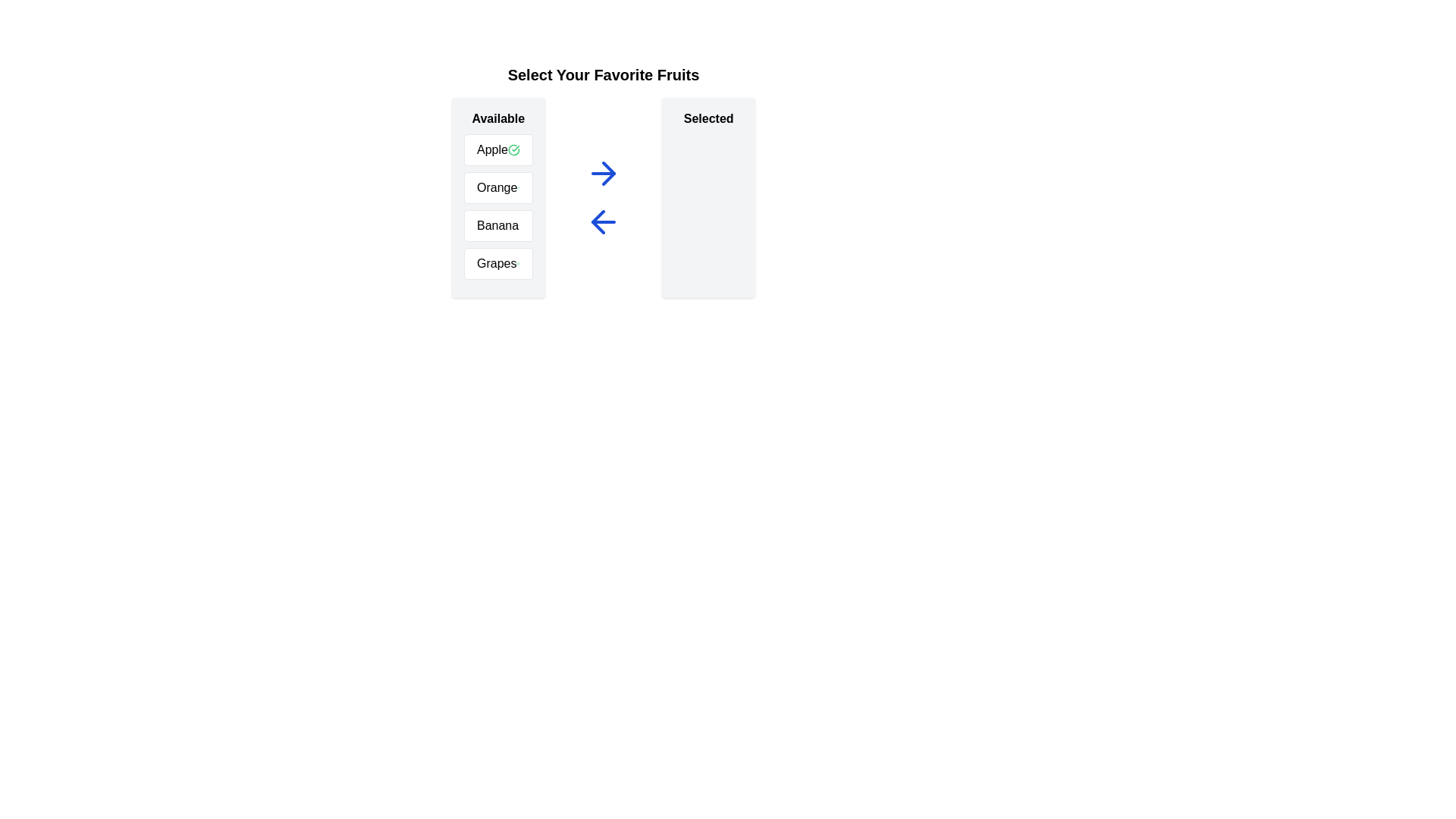  Describe the element at coordinates (498, 187) in the screenshot. I see `the text of the selected item Orange` at that location.